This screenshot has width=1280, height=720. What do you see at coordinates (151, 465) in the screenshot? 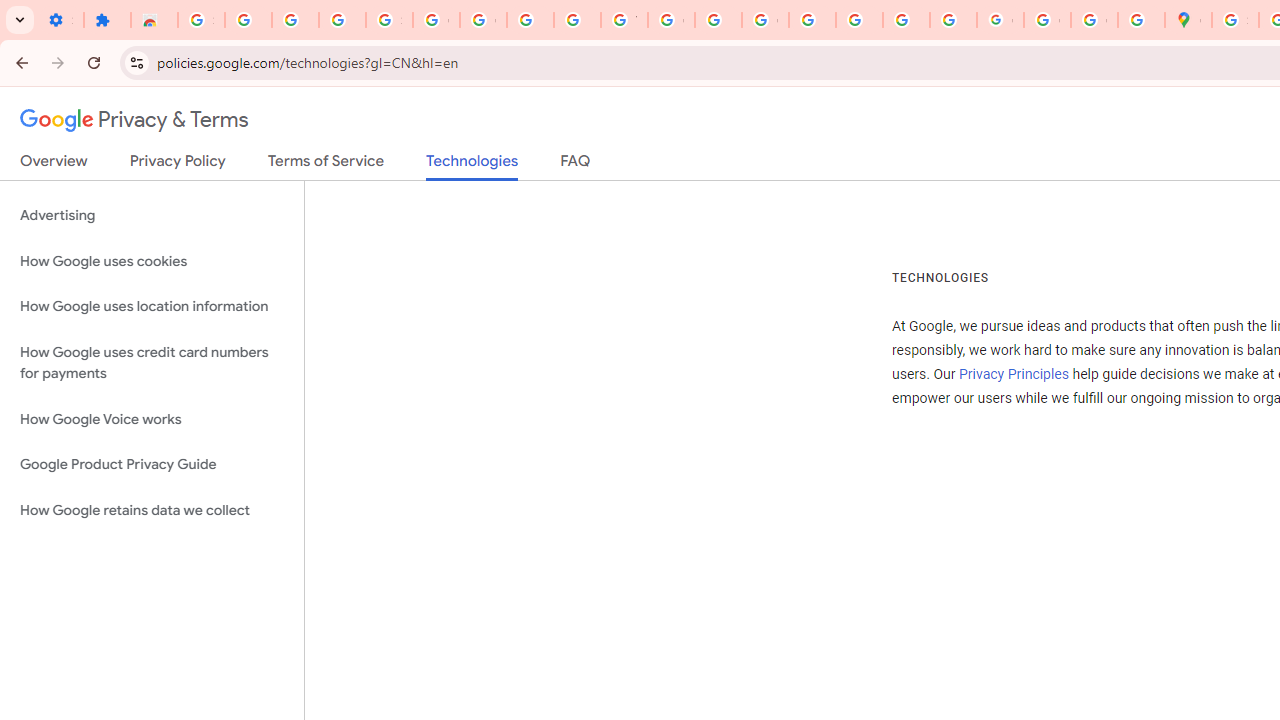
I see `'Google Product Privacy Guide'` at bounding box center [151, 465].